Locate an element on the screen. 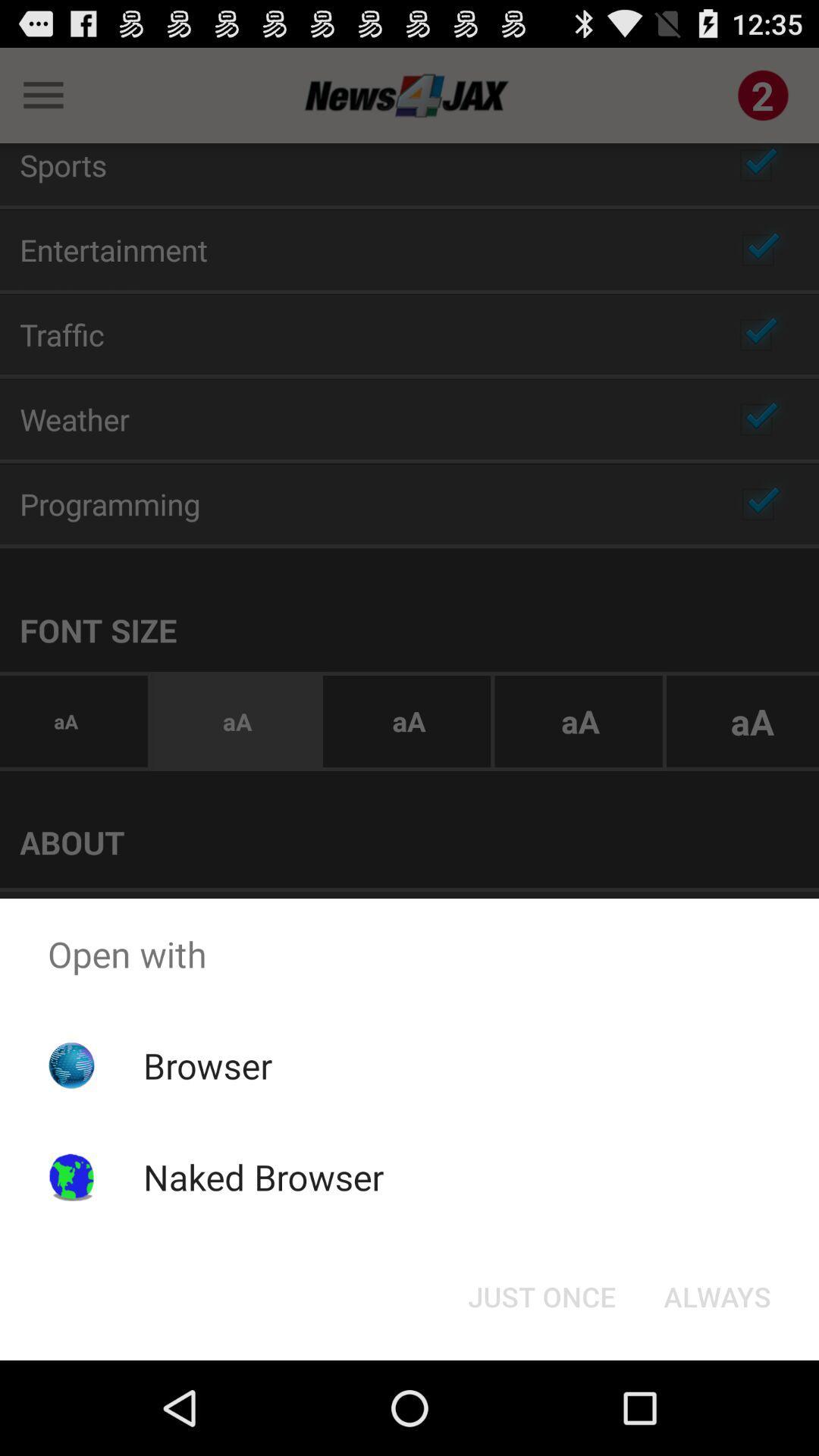 Image resolution: width=819 pixels, height=1456 pixels. the item next to just once button is located at coordinates (717, 1295).